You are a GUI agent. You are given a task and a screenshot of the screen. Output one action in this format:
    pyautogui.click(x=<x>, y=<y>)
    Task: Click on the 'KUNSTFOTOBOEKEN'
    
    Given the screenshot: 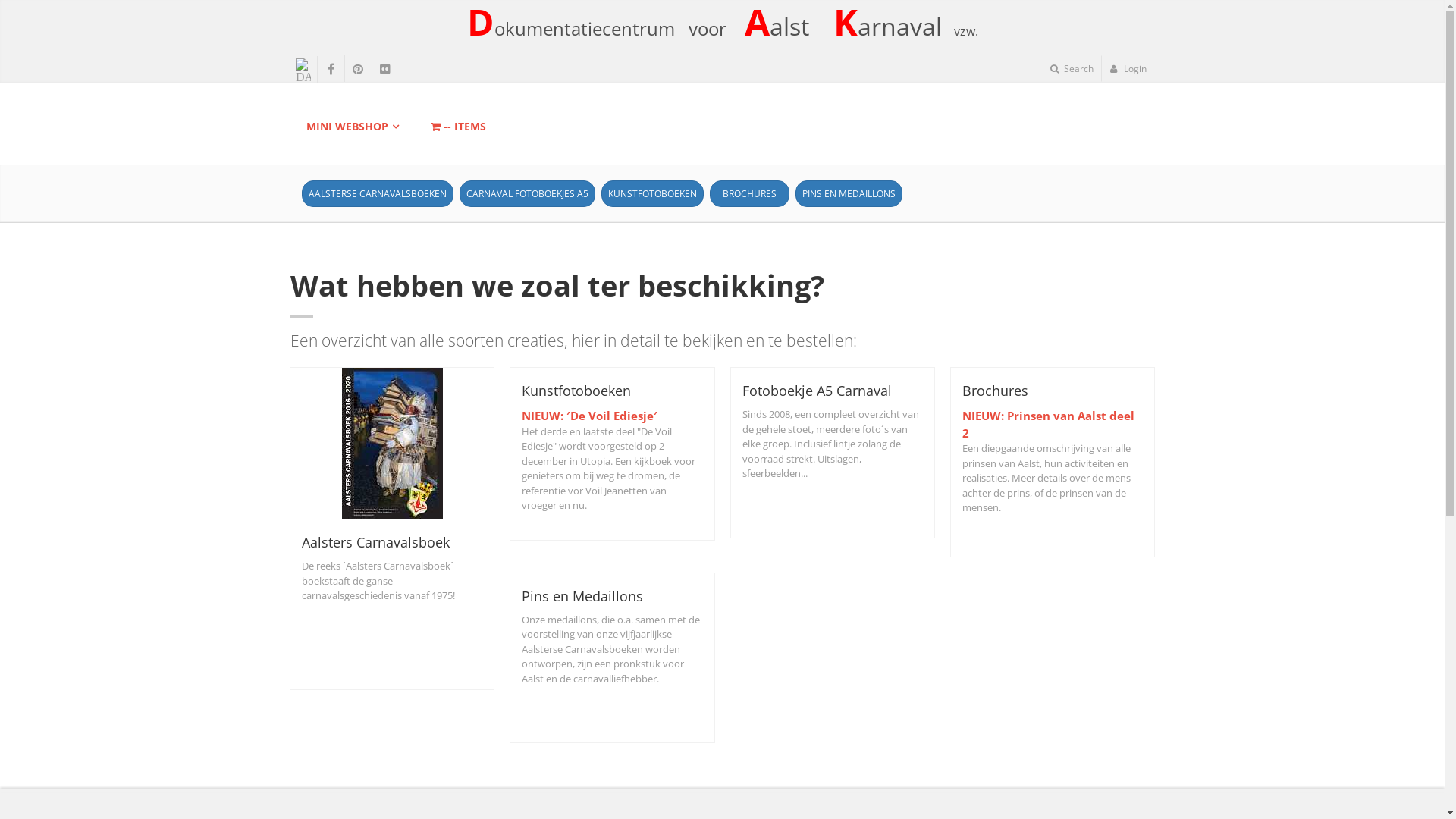 What is the action you would take?
    pyautogui.click(x=651, y=193)
    